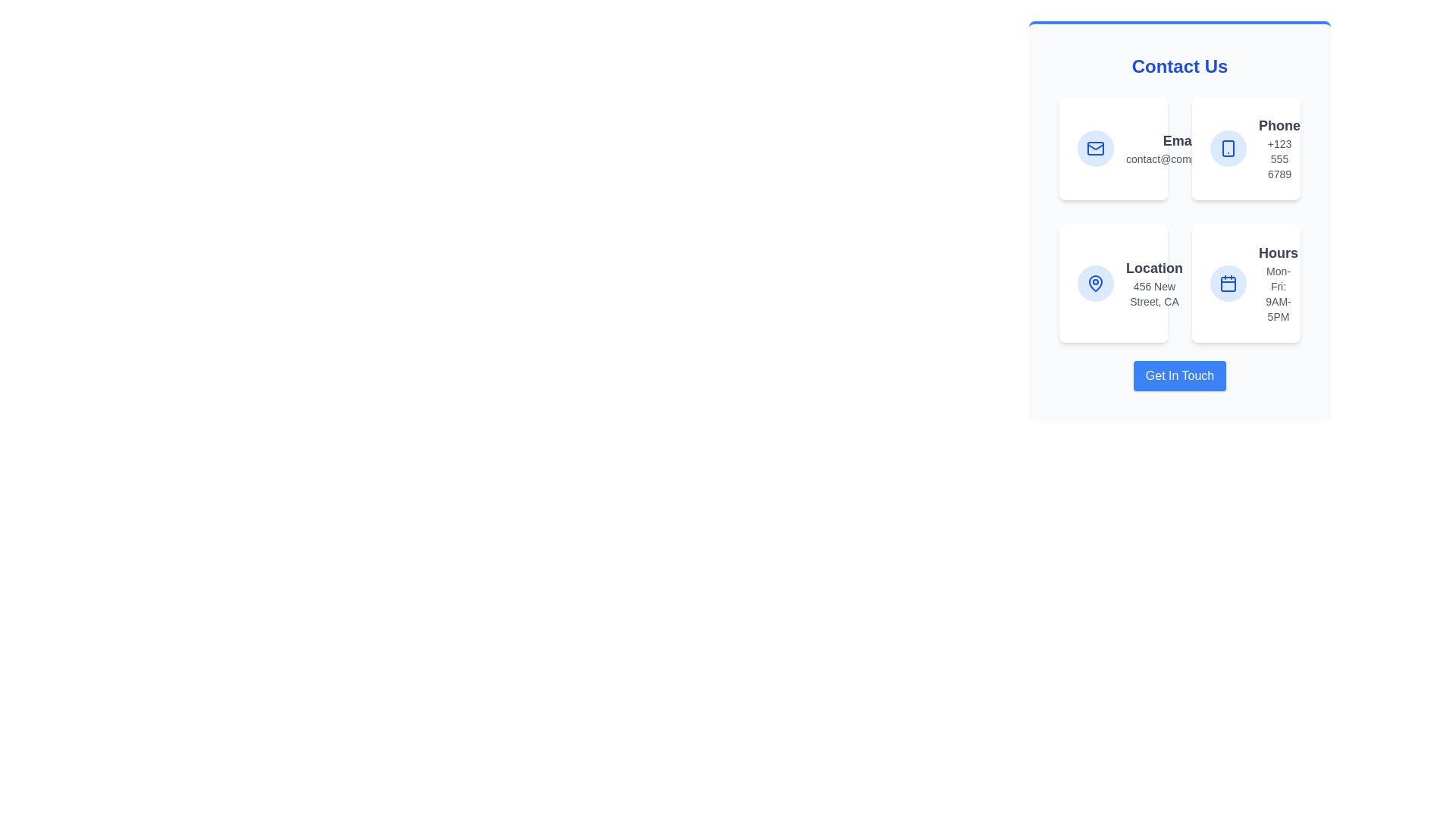 This screenshot has height=819, width=1456. What do you see at coordinates (1279, 149) in the screenshot?
I see `the 'Phone' label displaying the phone number '+123 555 6789' to initiate a call` at bounding box center [1279, 149].